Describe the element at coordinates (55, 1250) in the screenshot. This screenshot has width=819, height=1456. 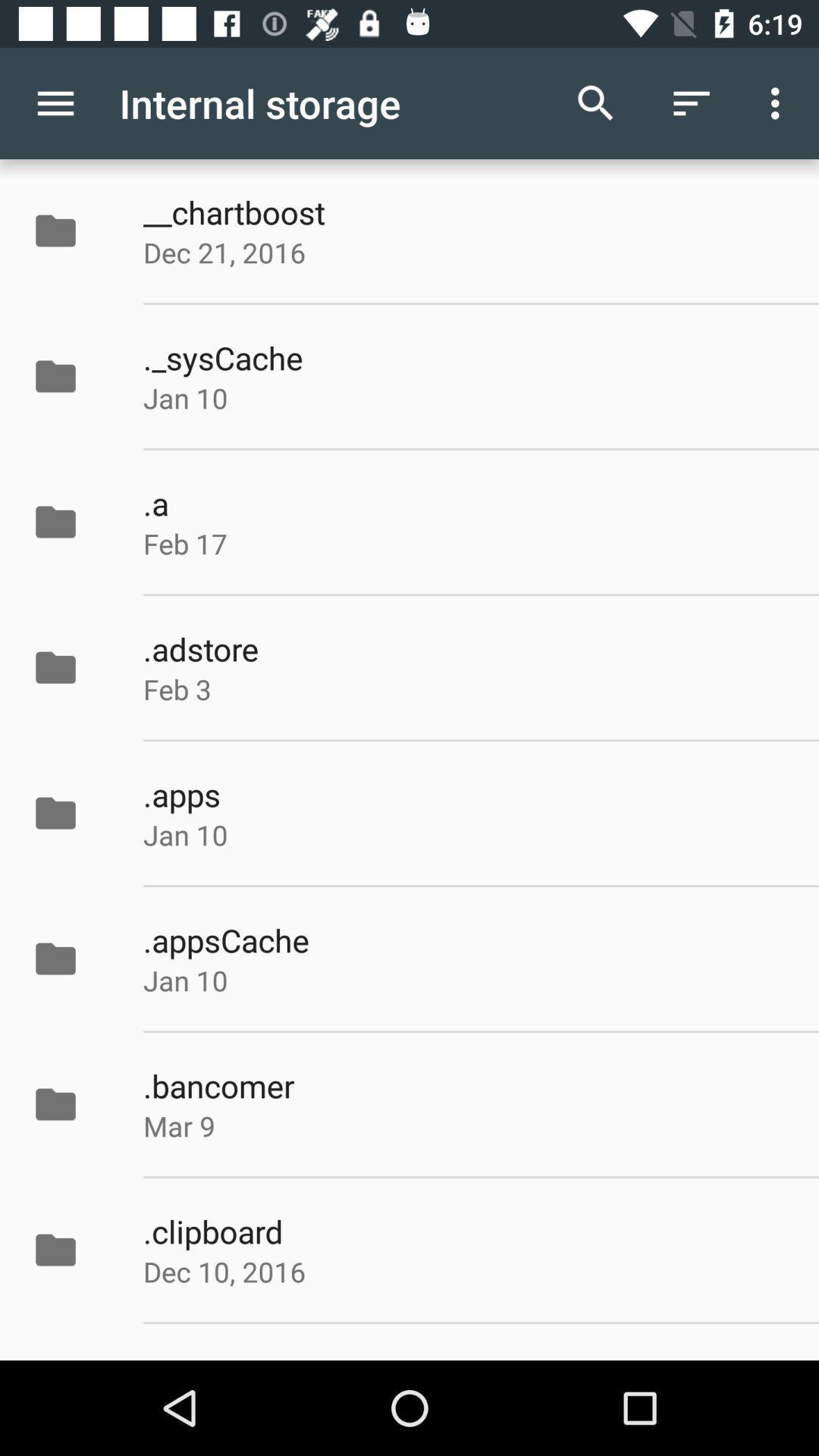
I see `the icon which is left to the bottom of the page` at that location.